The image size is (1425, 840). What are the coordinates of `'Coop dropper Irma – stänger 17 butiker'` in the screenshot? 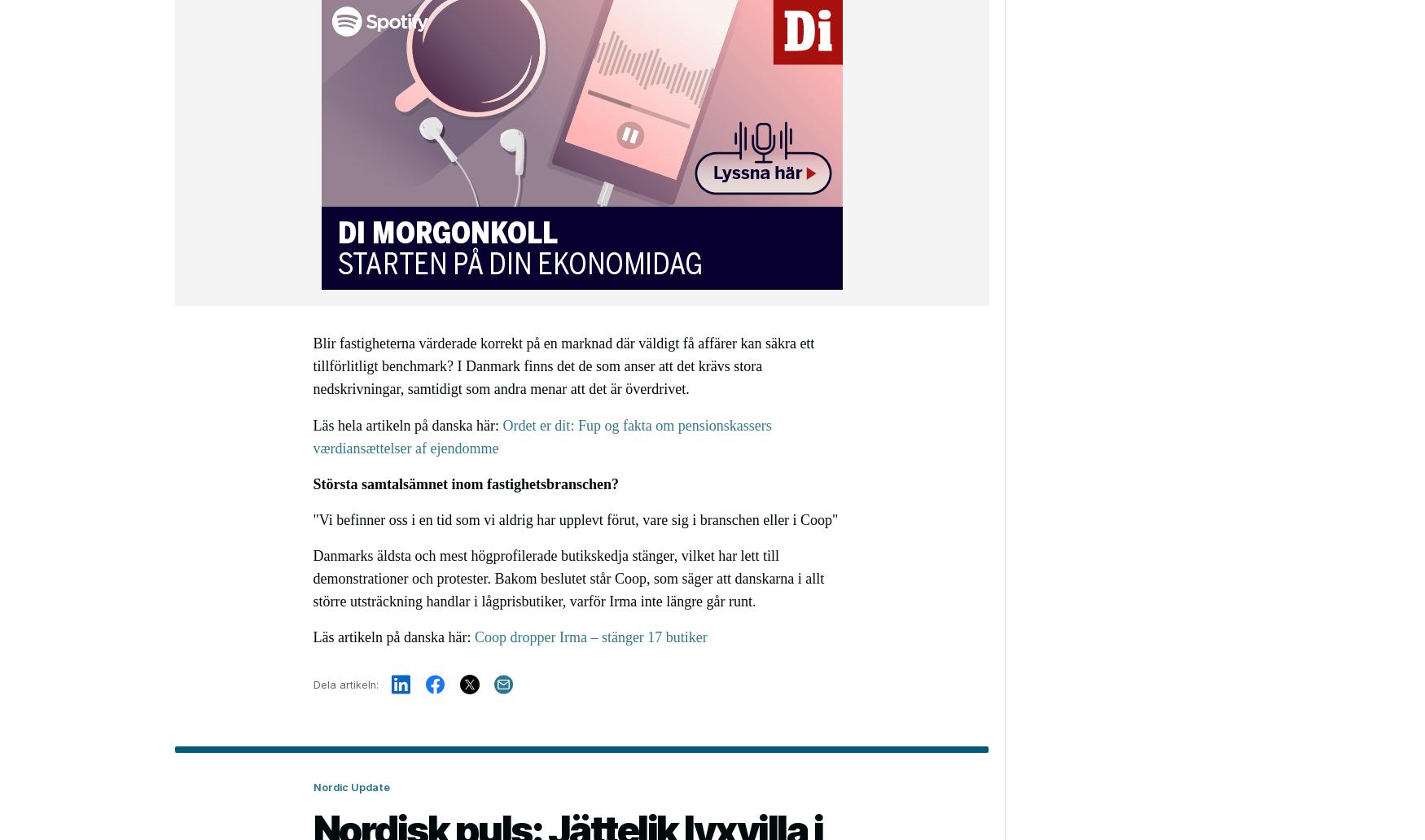 It's located at (590, 637).